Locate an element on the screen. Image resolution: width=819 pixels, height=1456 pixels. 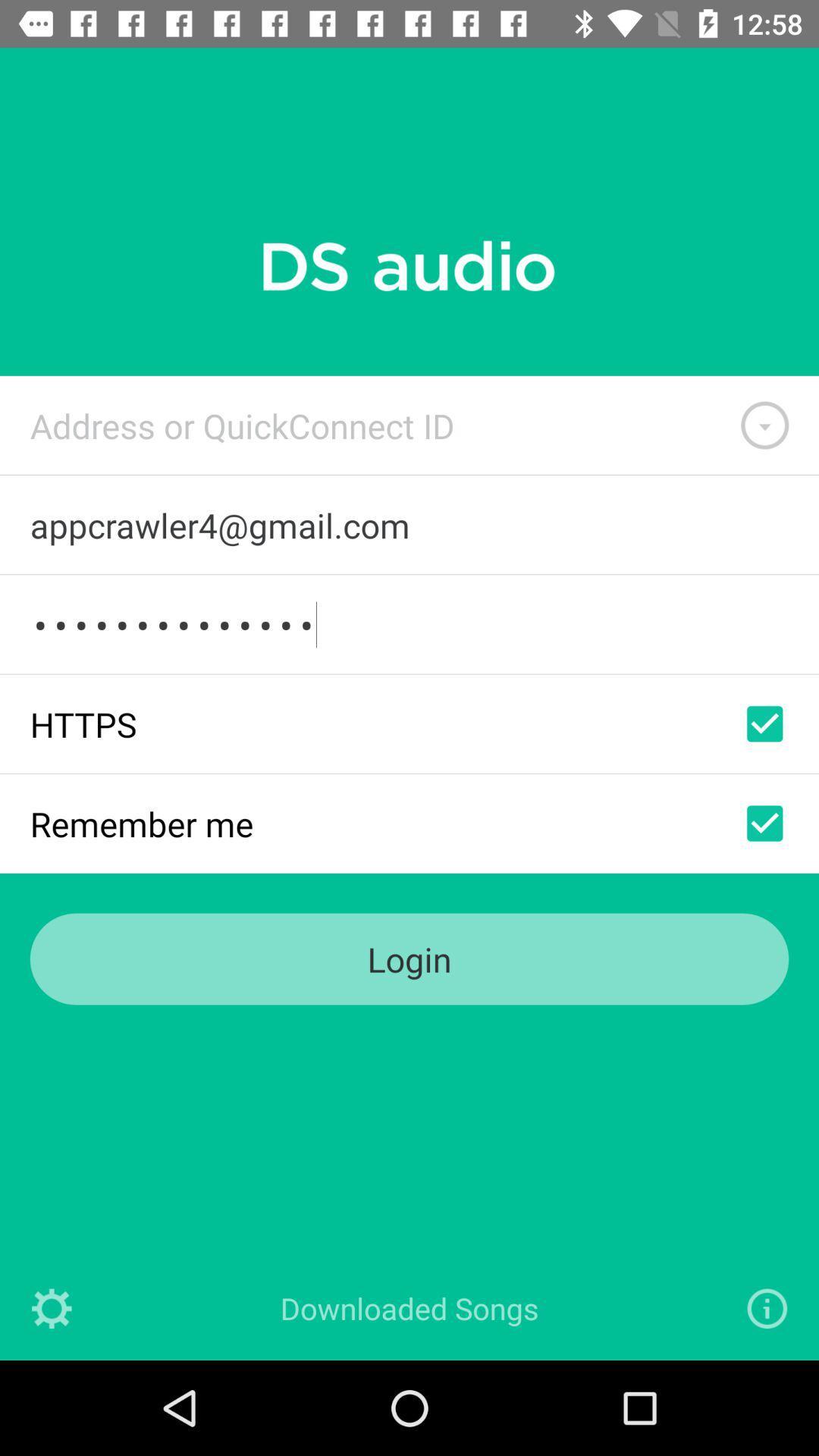
the information option is located at coordinates (767, 1307).